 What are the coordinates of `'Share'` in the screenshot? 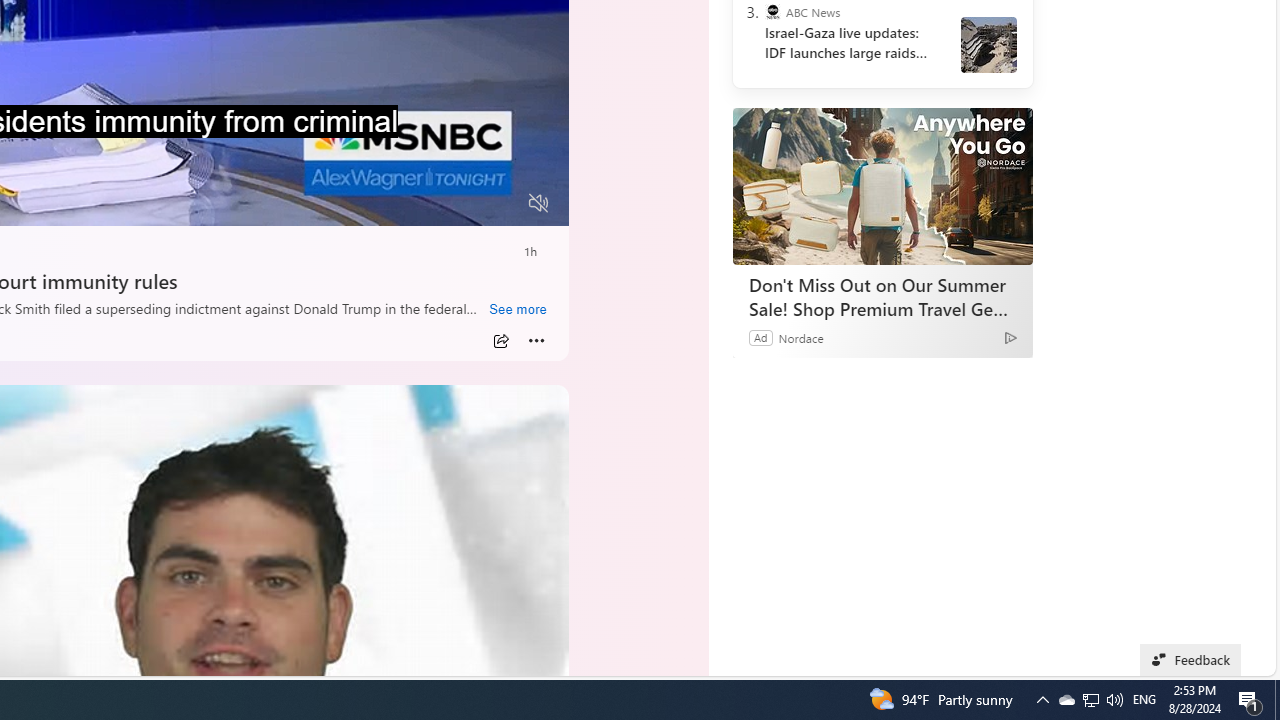 It's located at (501, 340).